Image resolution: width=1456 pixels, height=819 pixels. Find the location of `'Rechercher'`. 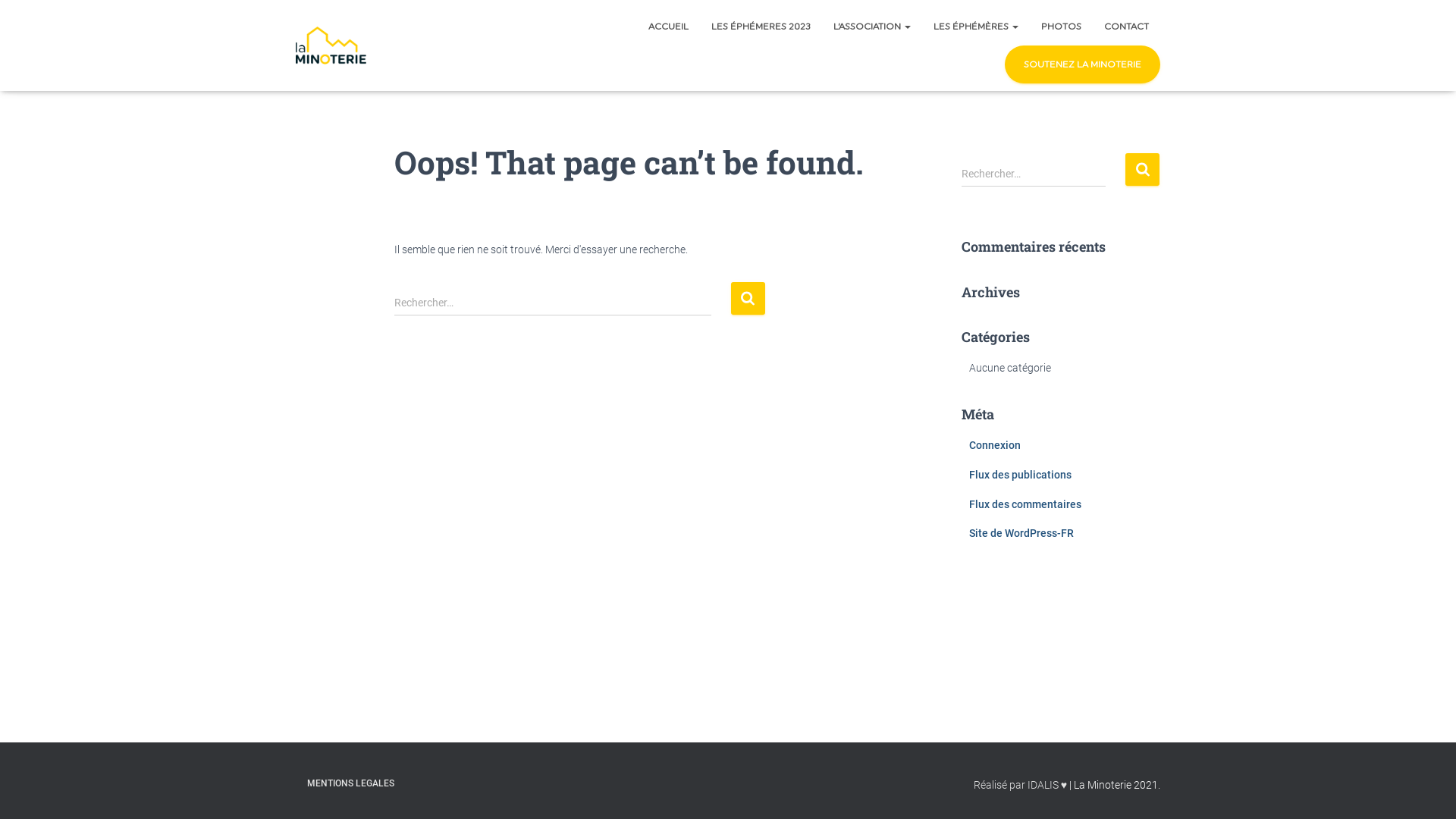

'Rechercher' is located at coordinates (748, 298).